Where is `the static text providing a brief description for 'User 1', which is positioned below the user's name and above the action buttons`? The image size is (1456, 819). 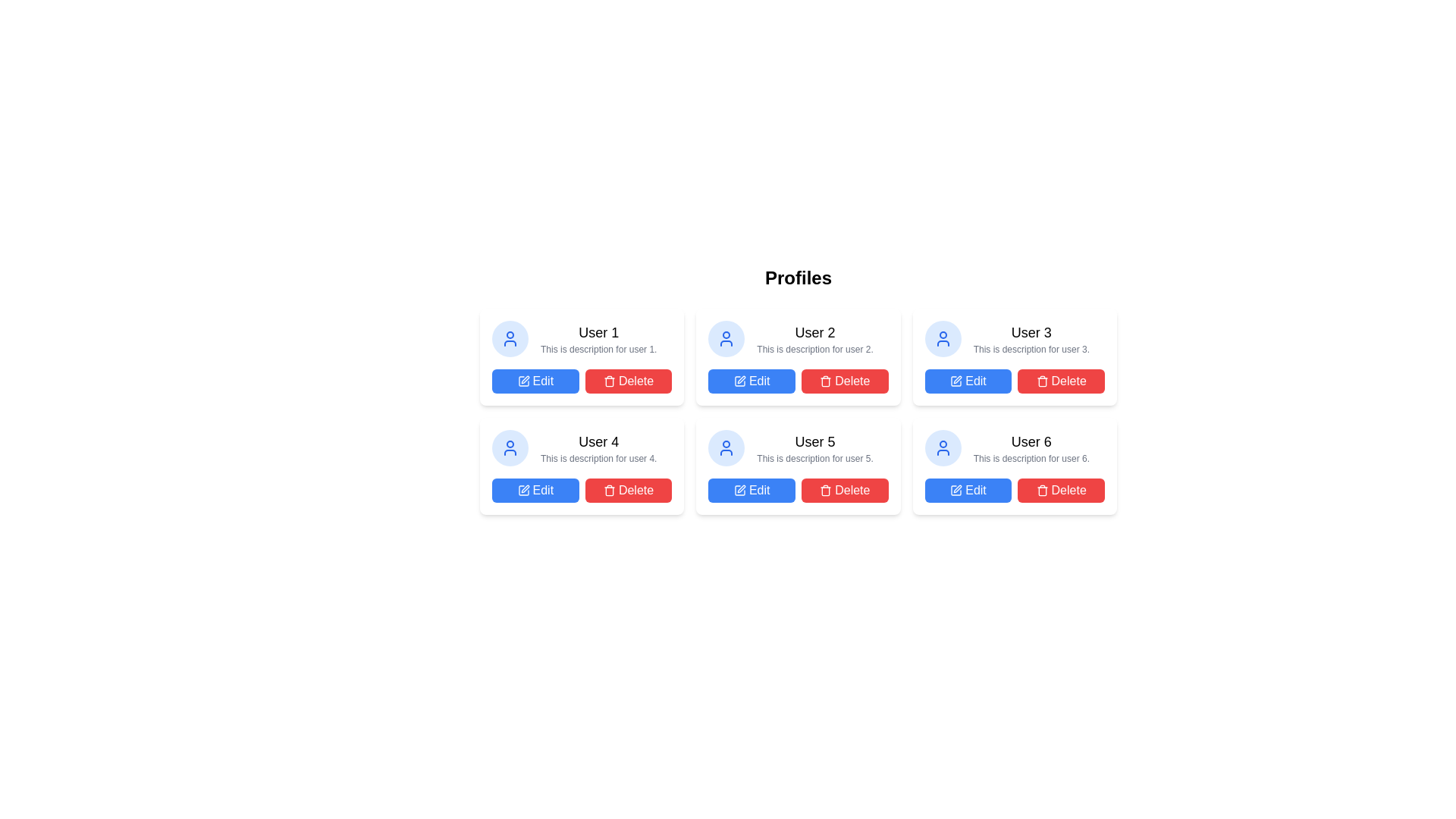 the static text providing a brief description for 'User 1', which is positioned below the user's name and above the action buttons is located at coordinates (598, 350).